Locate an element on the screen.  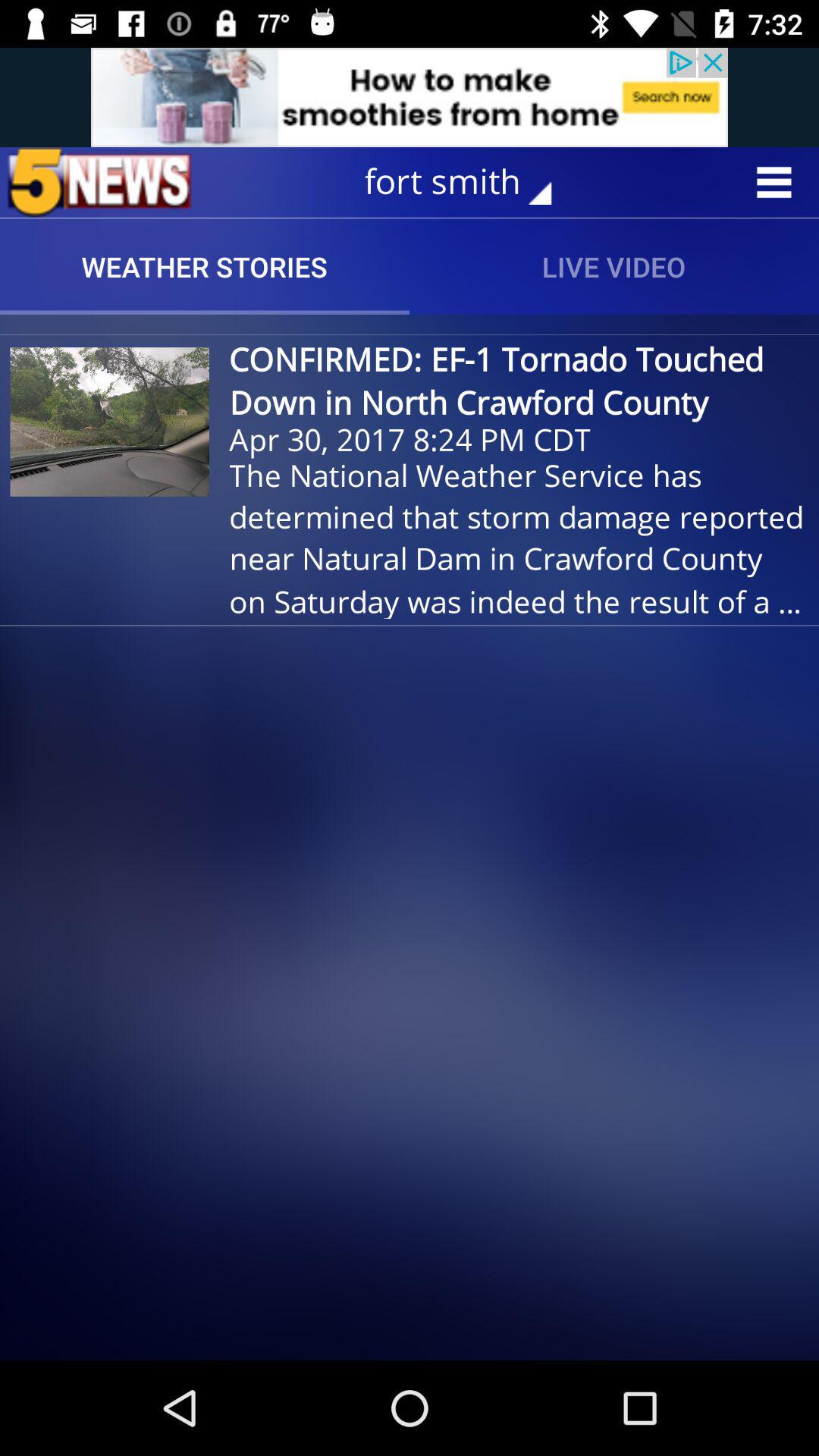
the 5 news is located at coordinates (99, 182).